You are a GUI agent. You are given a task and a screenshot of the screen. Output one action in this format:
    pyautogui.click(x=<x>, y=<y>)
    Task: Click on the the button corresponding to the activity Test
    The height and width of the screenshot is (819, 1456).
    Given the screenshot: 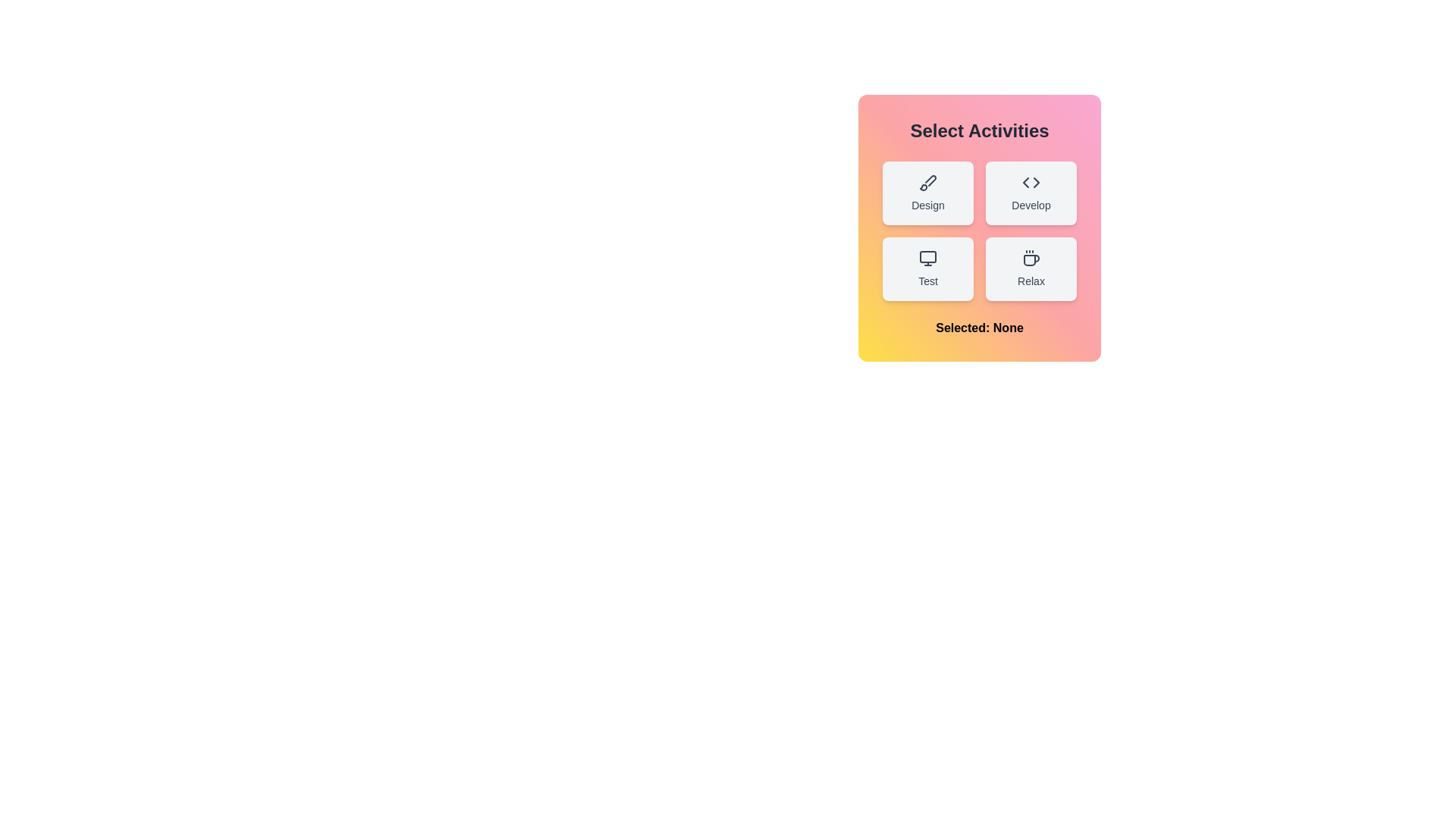 What is the action you would take?
    pyautogui.click(x=927, y=268)
    